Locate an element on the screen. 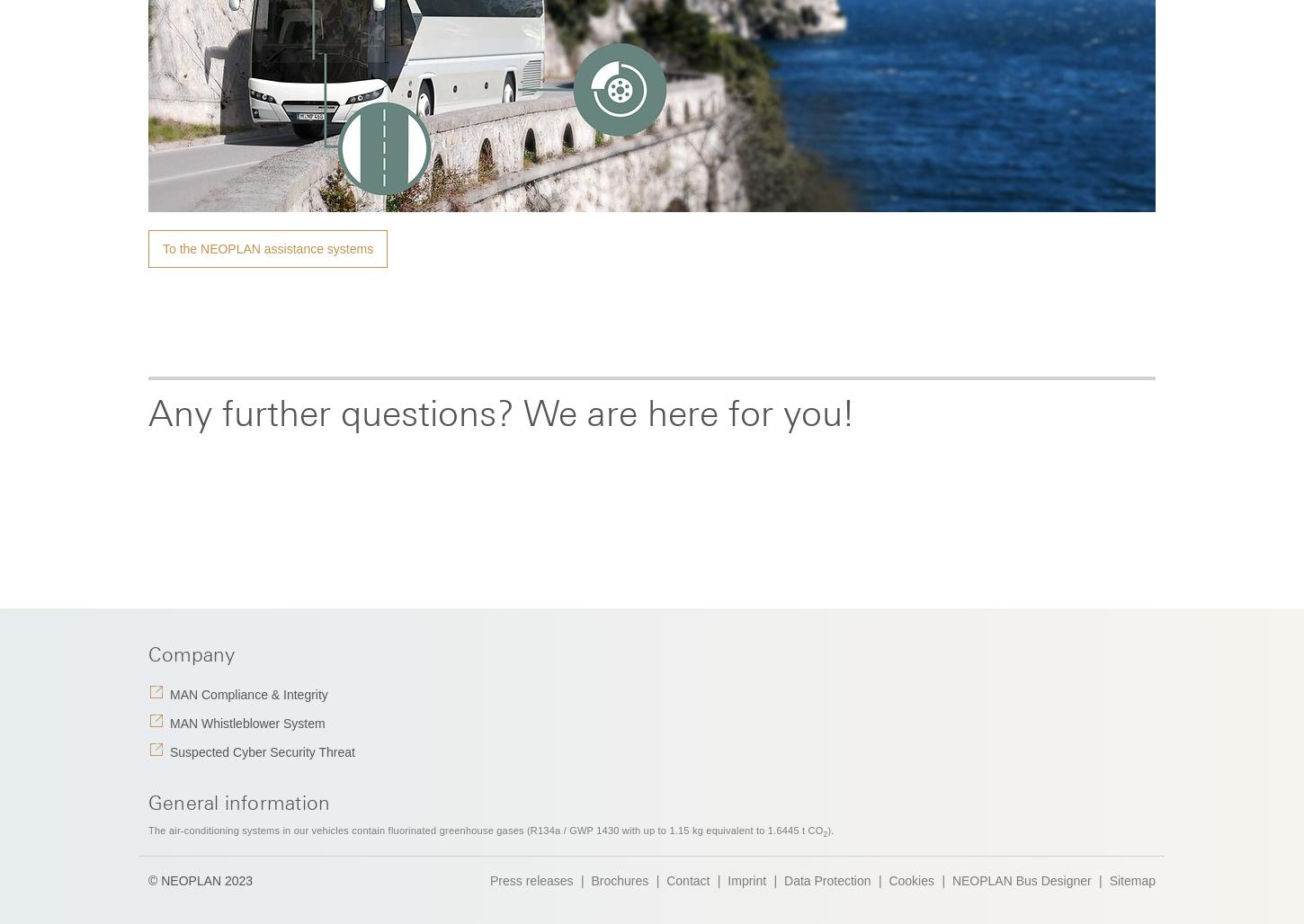 This screenshot has height=924, width=1304. 'Any further questions? We are here for you!' is located at coordinates (501, 413).